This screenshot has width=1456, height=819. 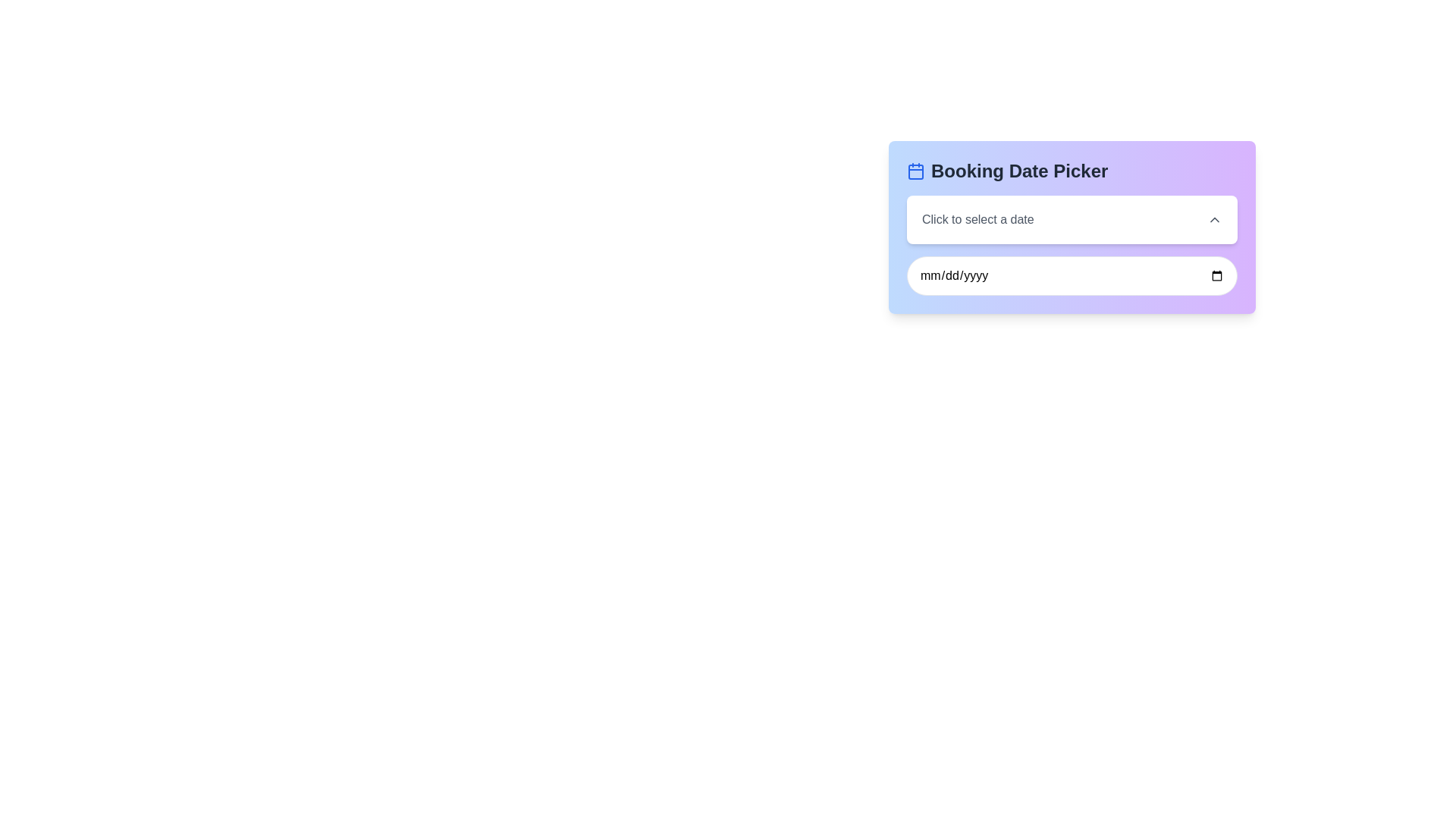 I want to click on the date selection icon located in the 'Booking Date Picker' section, positioned to the left of the 'Booking Date Picker' title, so click(x=915, y=171).